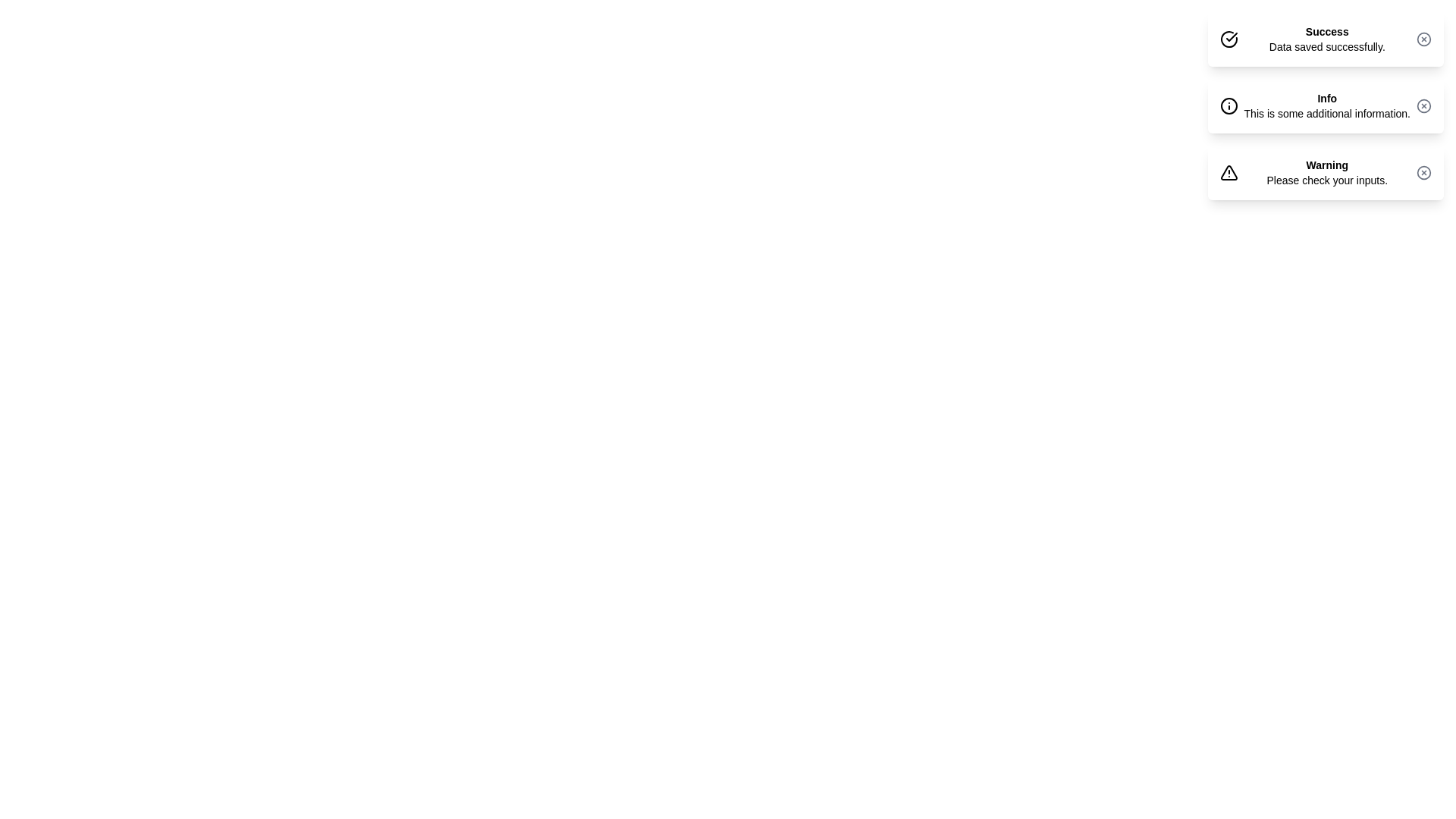  What do you see at coordinates (1326, 165) in the screenshot?
I see `the warning text that informs users about issues related to their actions, specifically positioned above the message 'Please check your inputs.'` at bounding box center [1326, 165].